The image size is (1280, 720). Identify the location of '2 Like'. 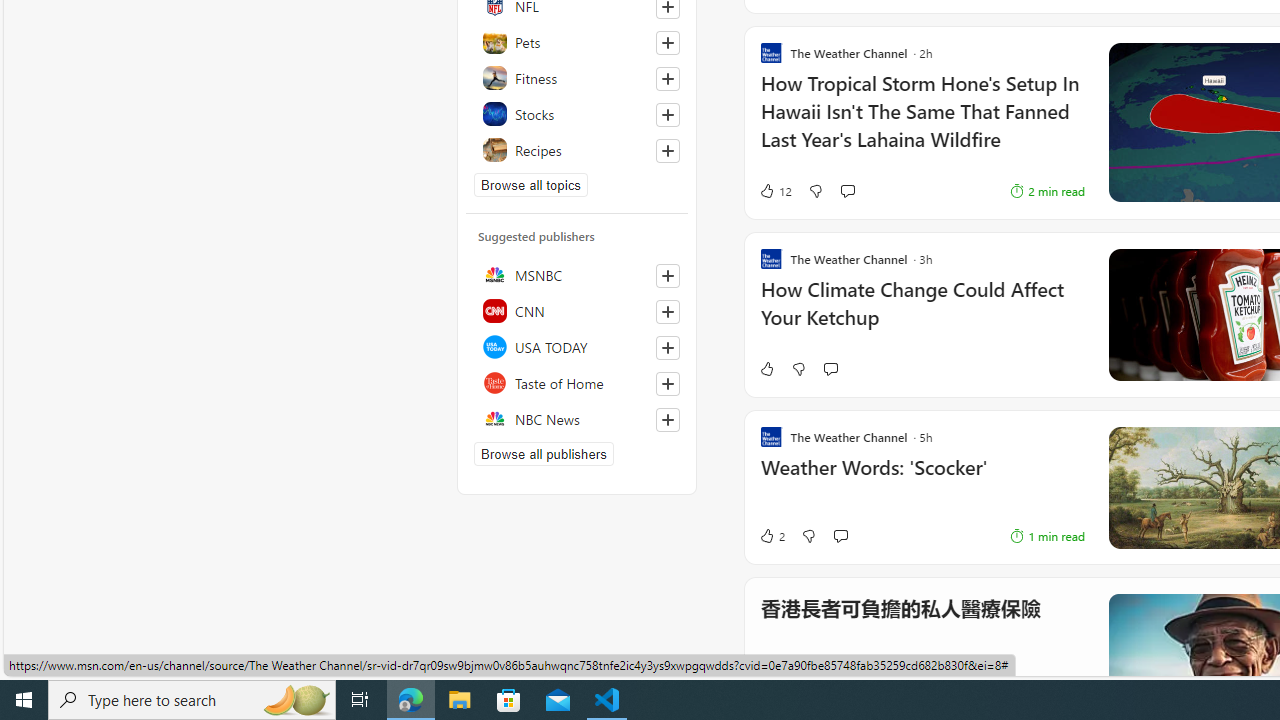
(770, 535).